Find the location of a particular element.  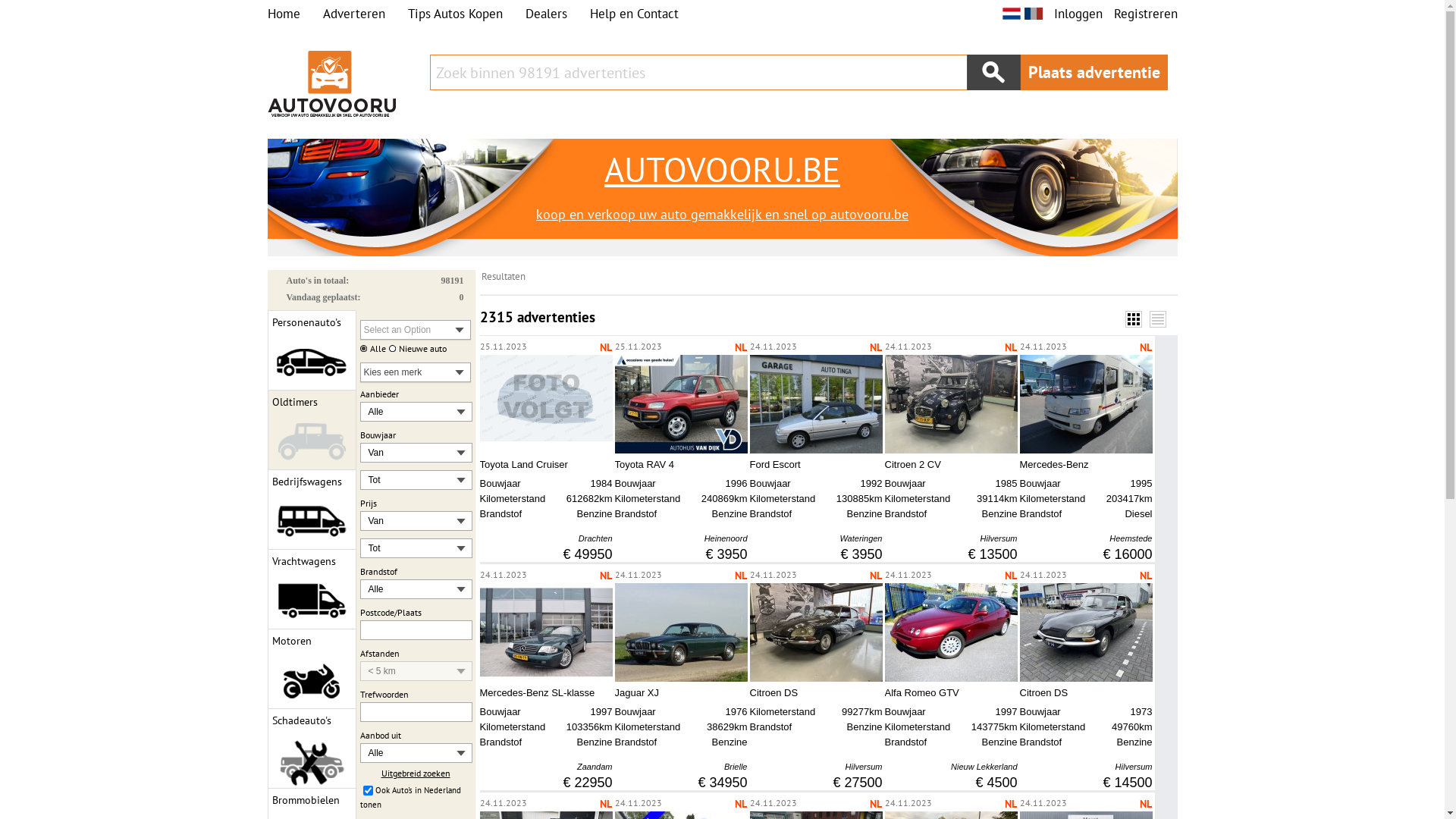

'Adverteren' is located at coordinates (322, 14).